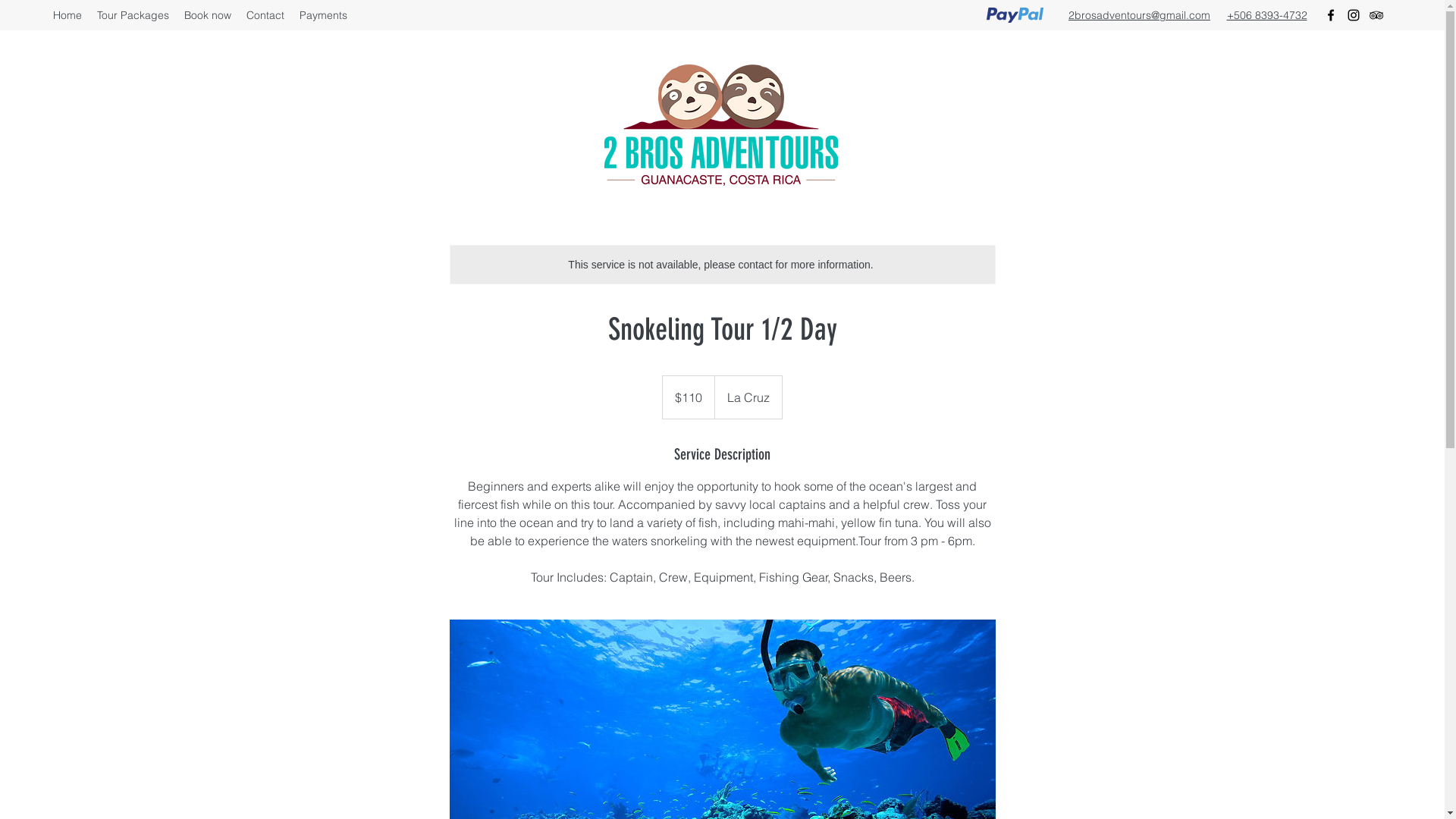 The image size is (1456, 819). Describe the element at coordinates (1266, 14) in the screenshot. I see `'+506 8393-4732'` at that location.